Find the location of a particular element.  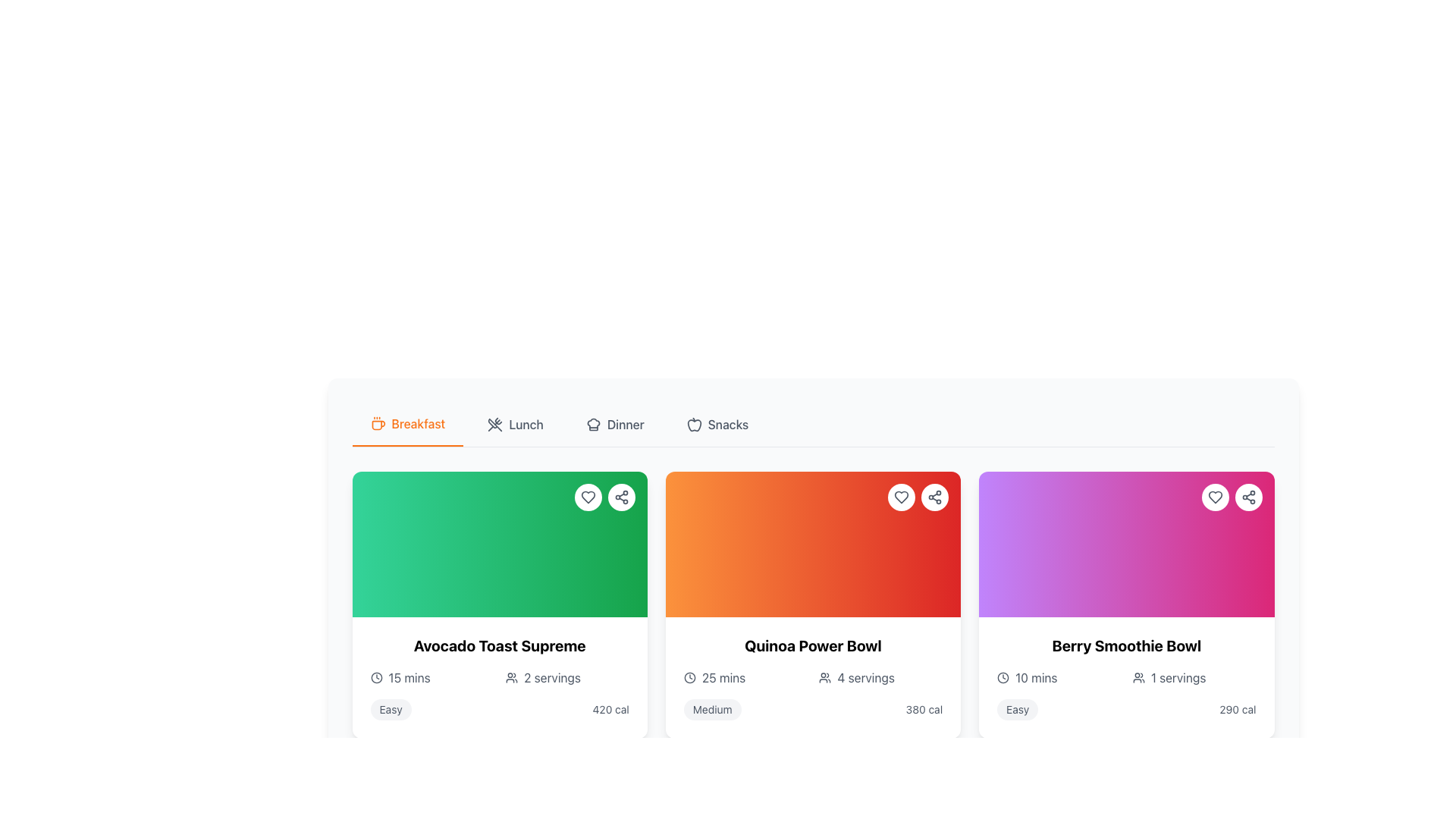

the heart icon to like the content on the card labeled 'Avocado Toast Supreme', located in the top-right corner of the green panel is located at coordinates (604, 497).